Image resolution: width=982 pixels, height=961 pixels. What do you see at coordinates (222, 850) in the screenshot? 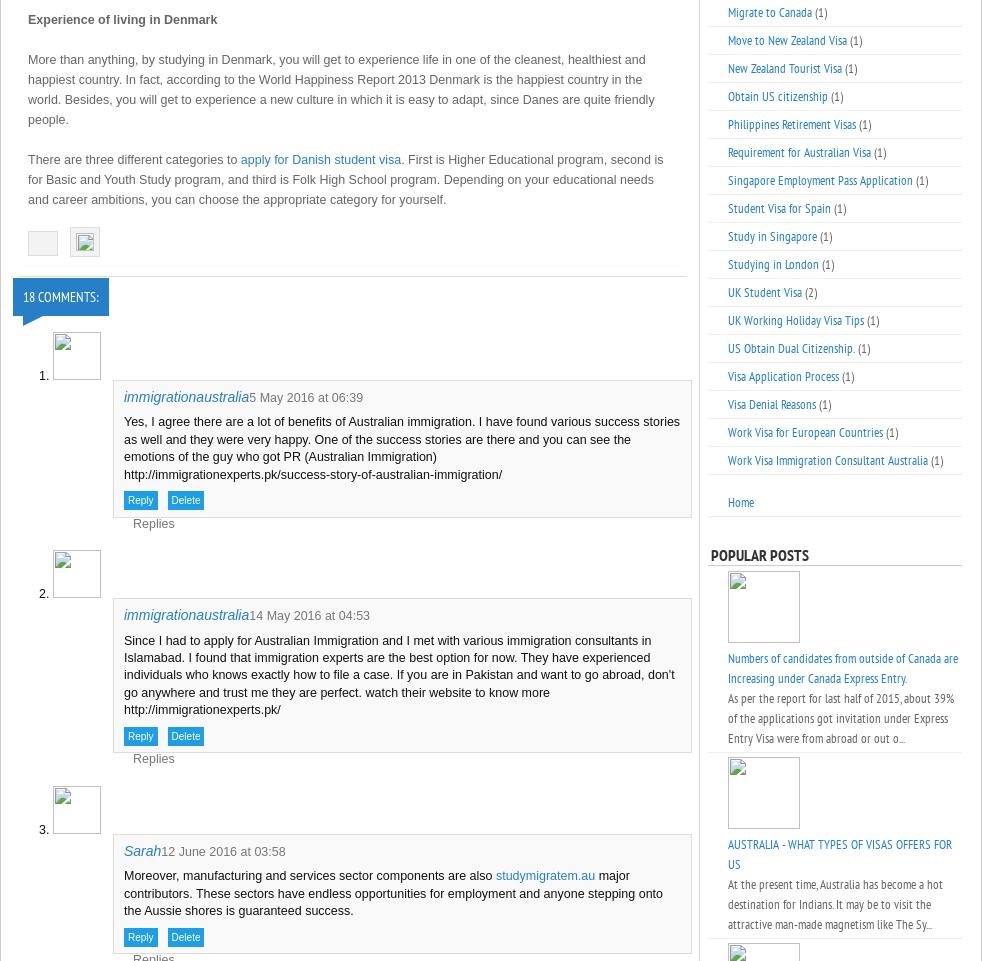
I see `'12 June 2016 at 03:58'` at bounding box center [222, 850].